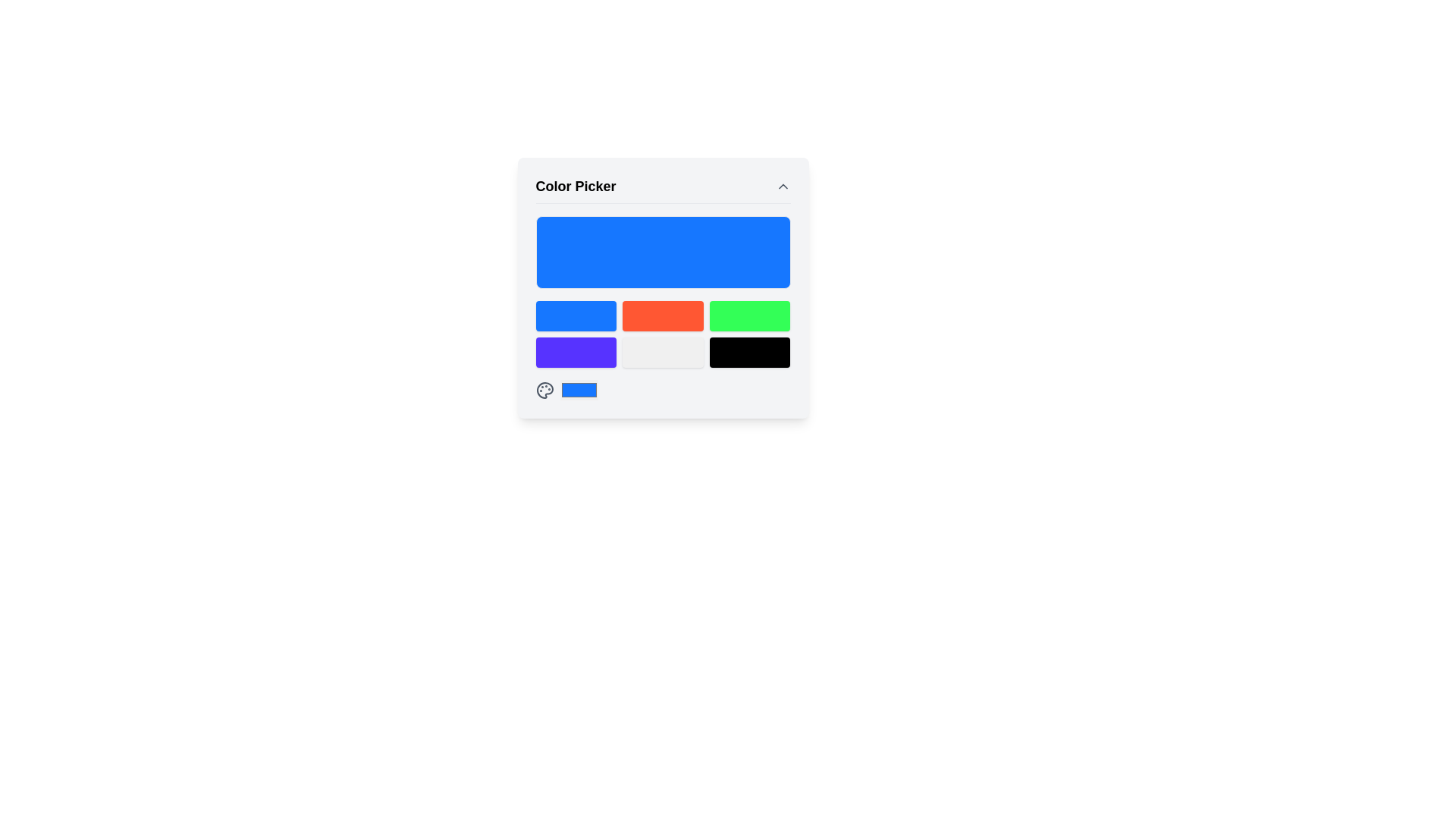  What do you see at coordinates (663, 303) in the screenshot?
I see `the selectable color choice rectangle representing the red color in the palette` at bounding box center [663, 303].